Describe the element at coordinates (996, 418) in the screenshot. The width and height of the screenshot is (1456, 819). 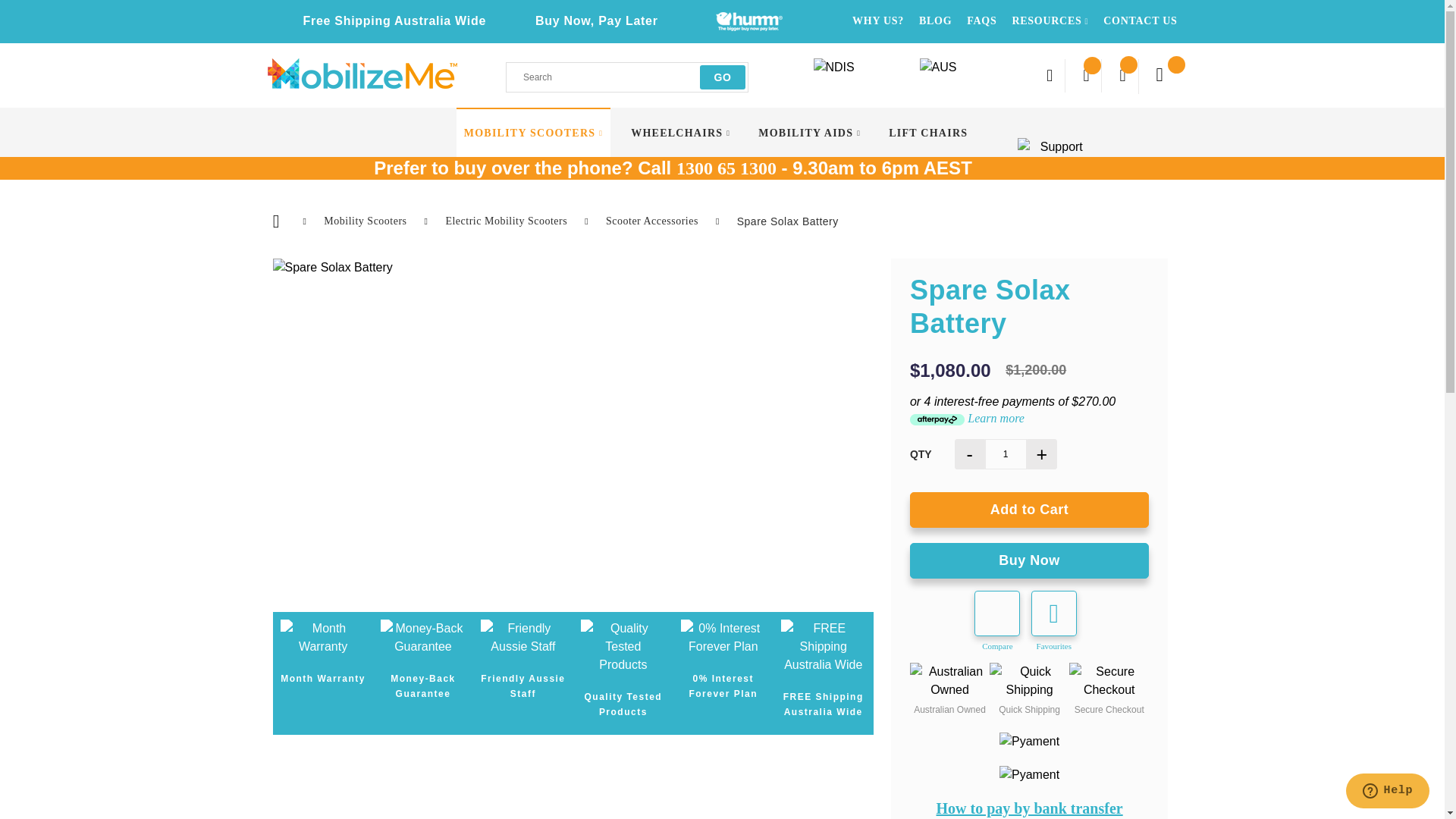
I see `'Learn more'` at that location.